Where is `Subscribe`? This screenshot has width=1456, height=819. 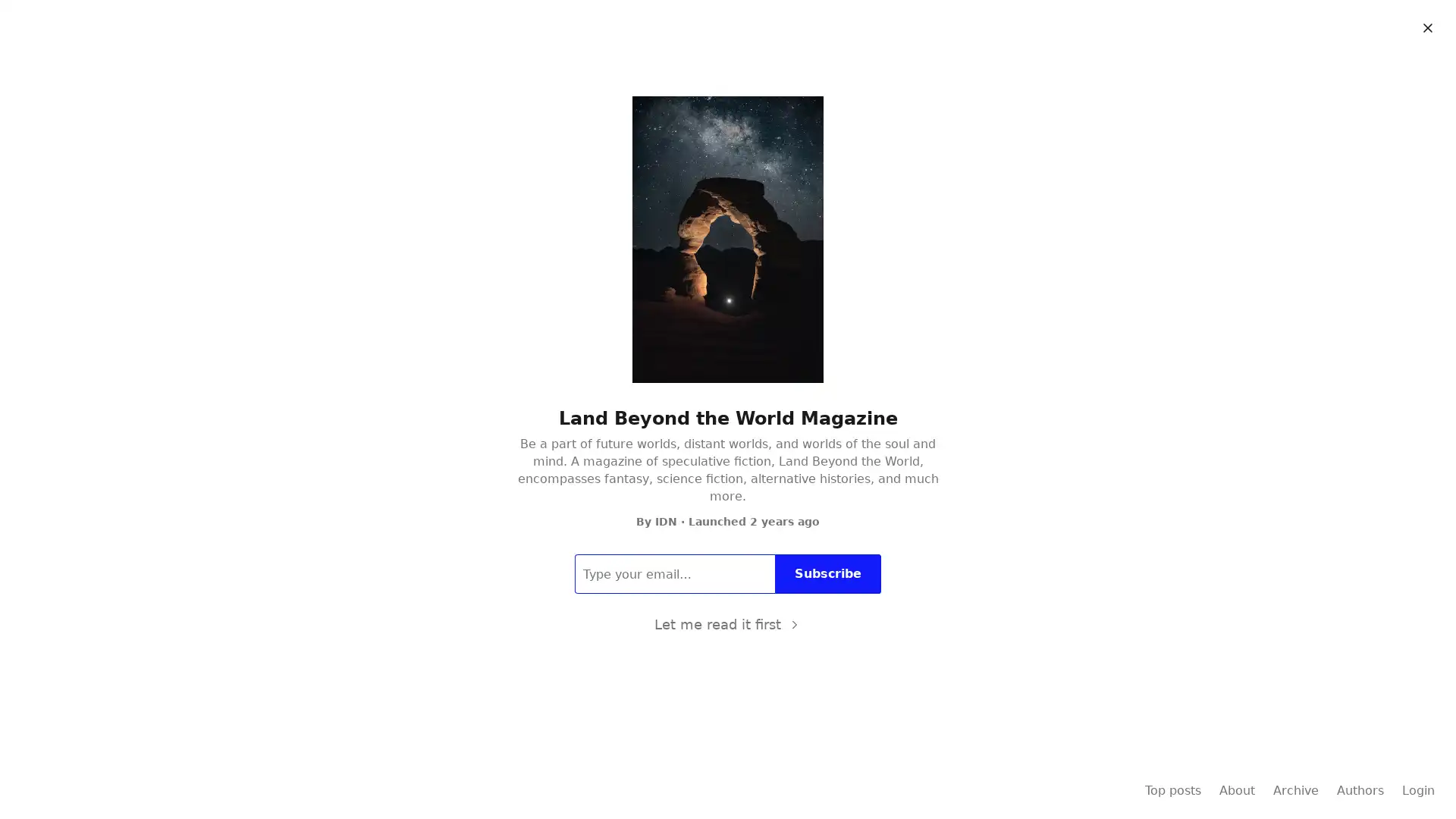
Subscribe is located at coordinates (1333, 24).